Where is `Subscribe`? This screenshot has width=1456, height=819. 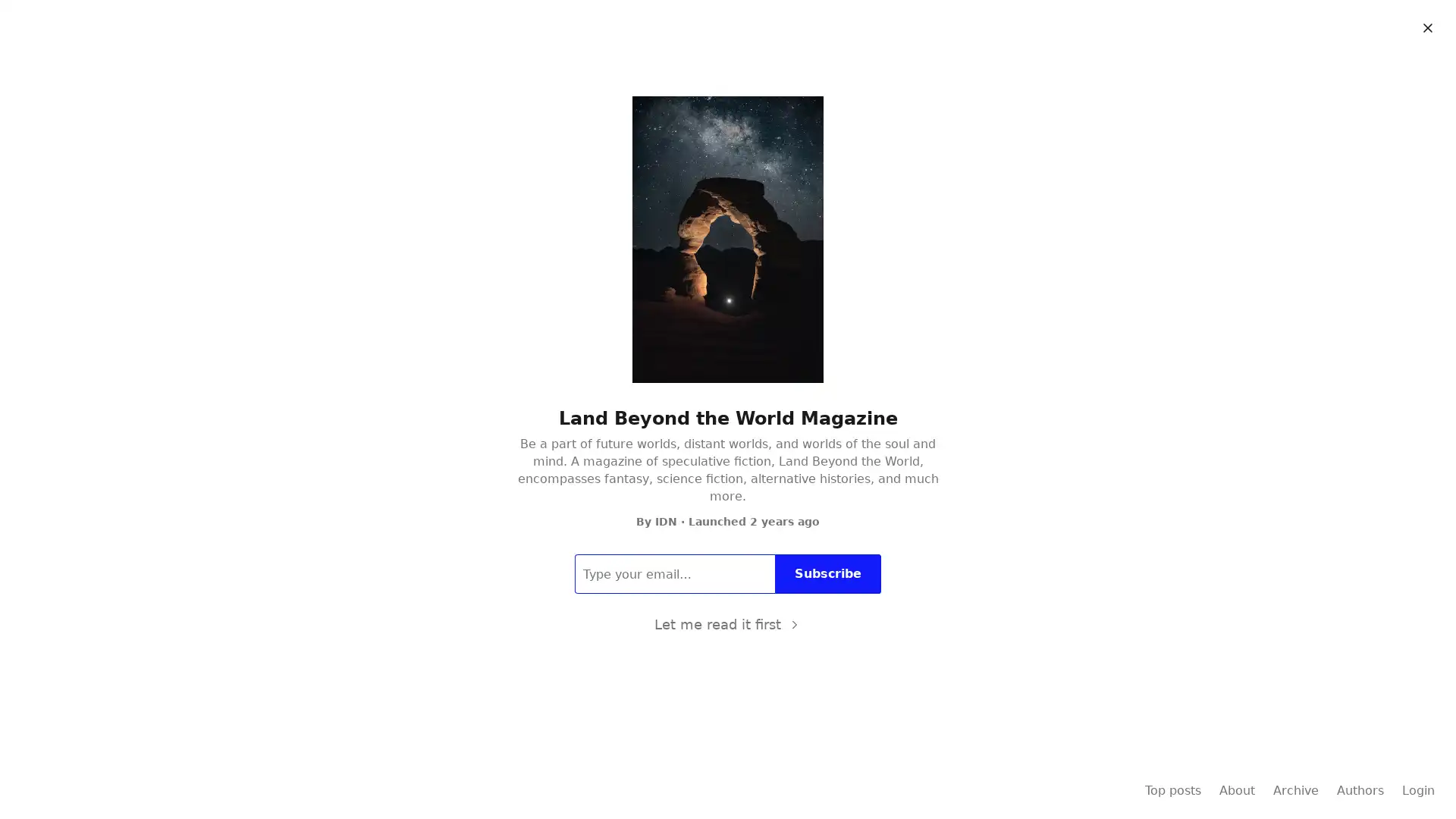
Subscribe is located at coordinates (1333, 24).